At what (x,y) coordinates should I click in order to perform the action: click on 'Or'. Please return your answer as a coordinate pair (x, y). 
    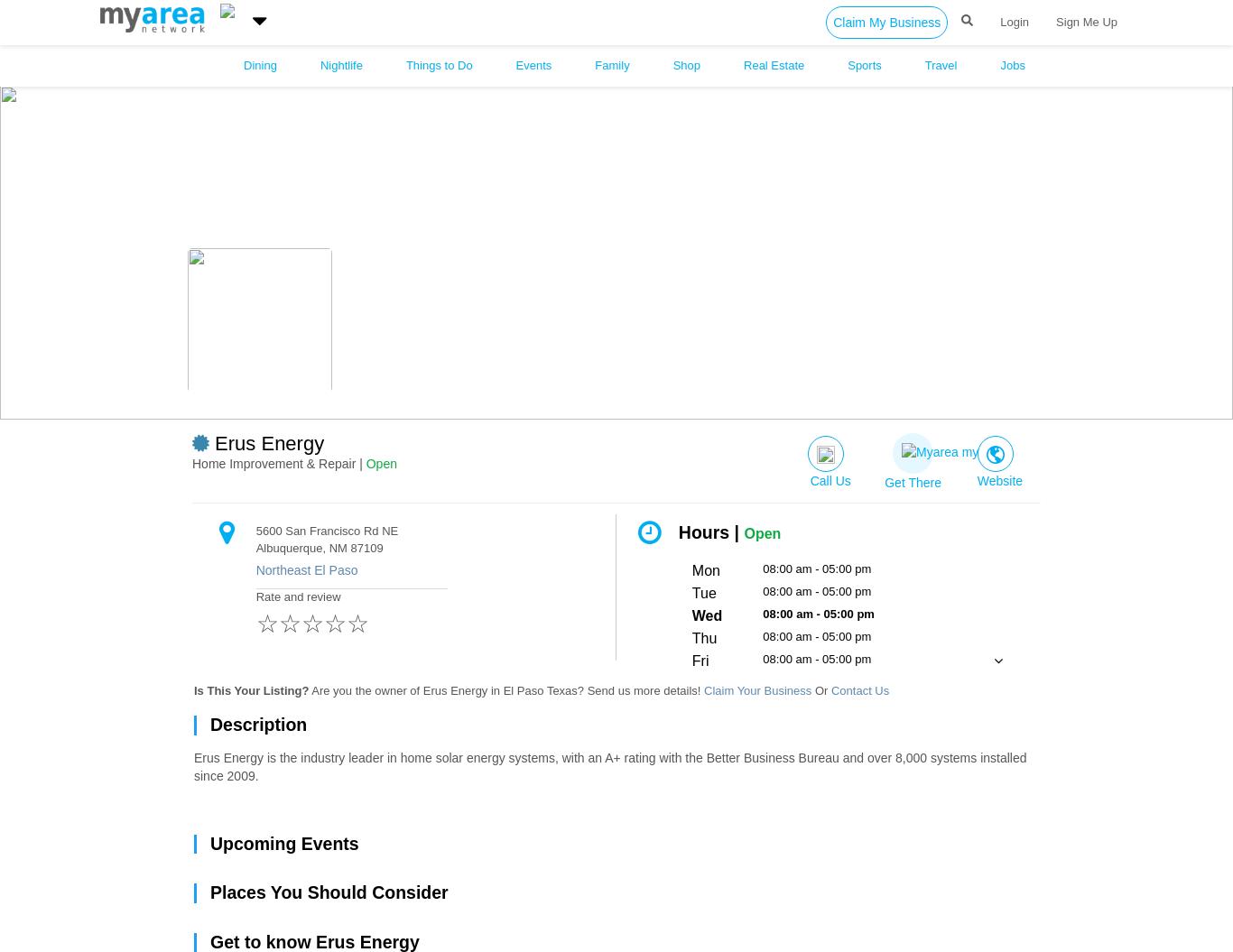
    Looking at the image, I should click on (820, 689).